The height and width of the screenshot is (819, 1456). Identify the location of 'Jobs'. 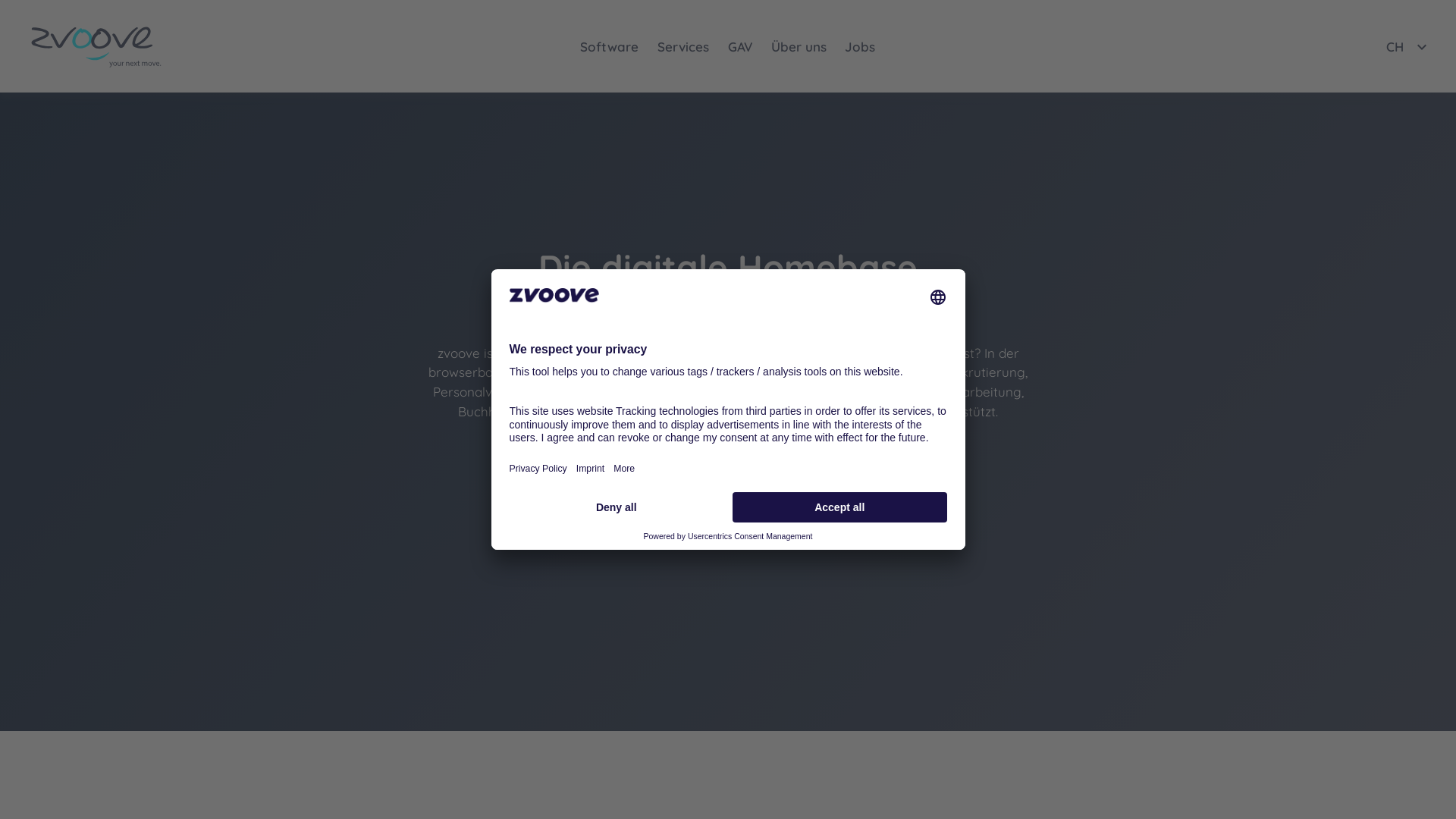
(860, 45).